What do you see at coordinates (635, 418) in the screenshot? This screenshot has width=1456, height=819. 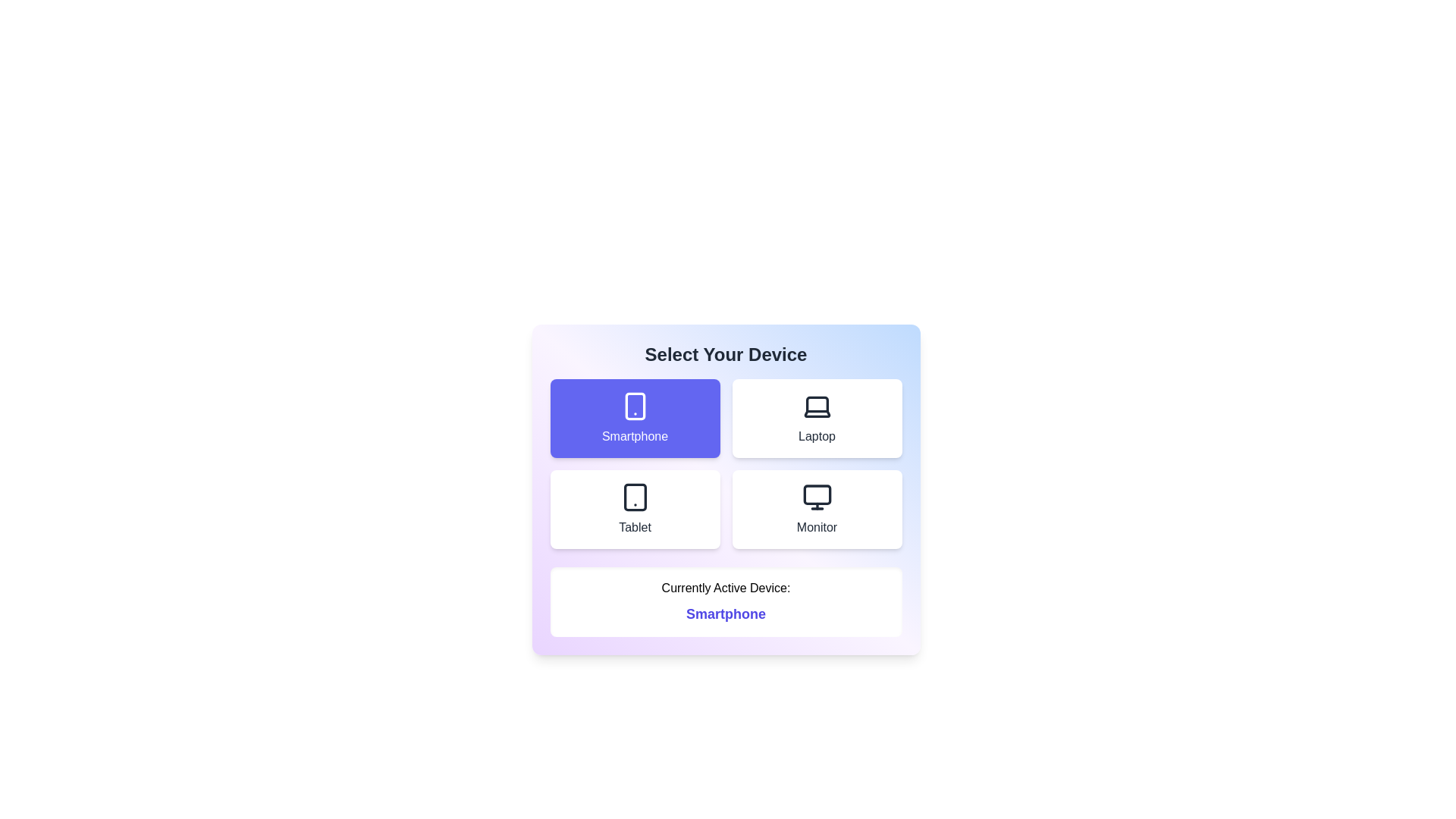 I see `the device option labeled Smartphone to observe its hover effect` at bounding box center [635, 418].